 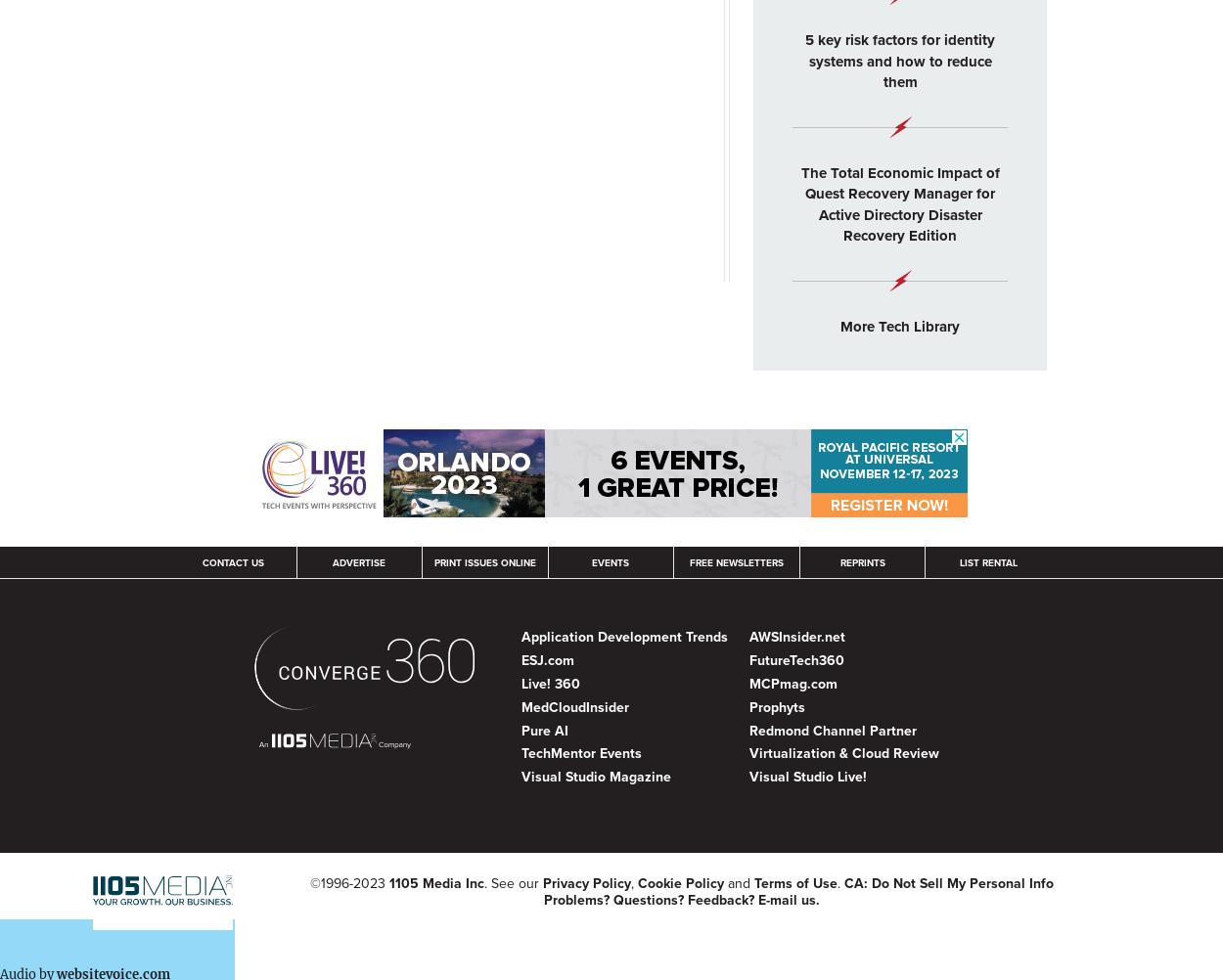 I want to click on 'Reprints', so click(x=838, y=563).